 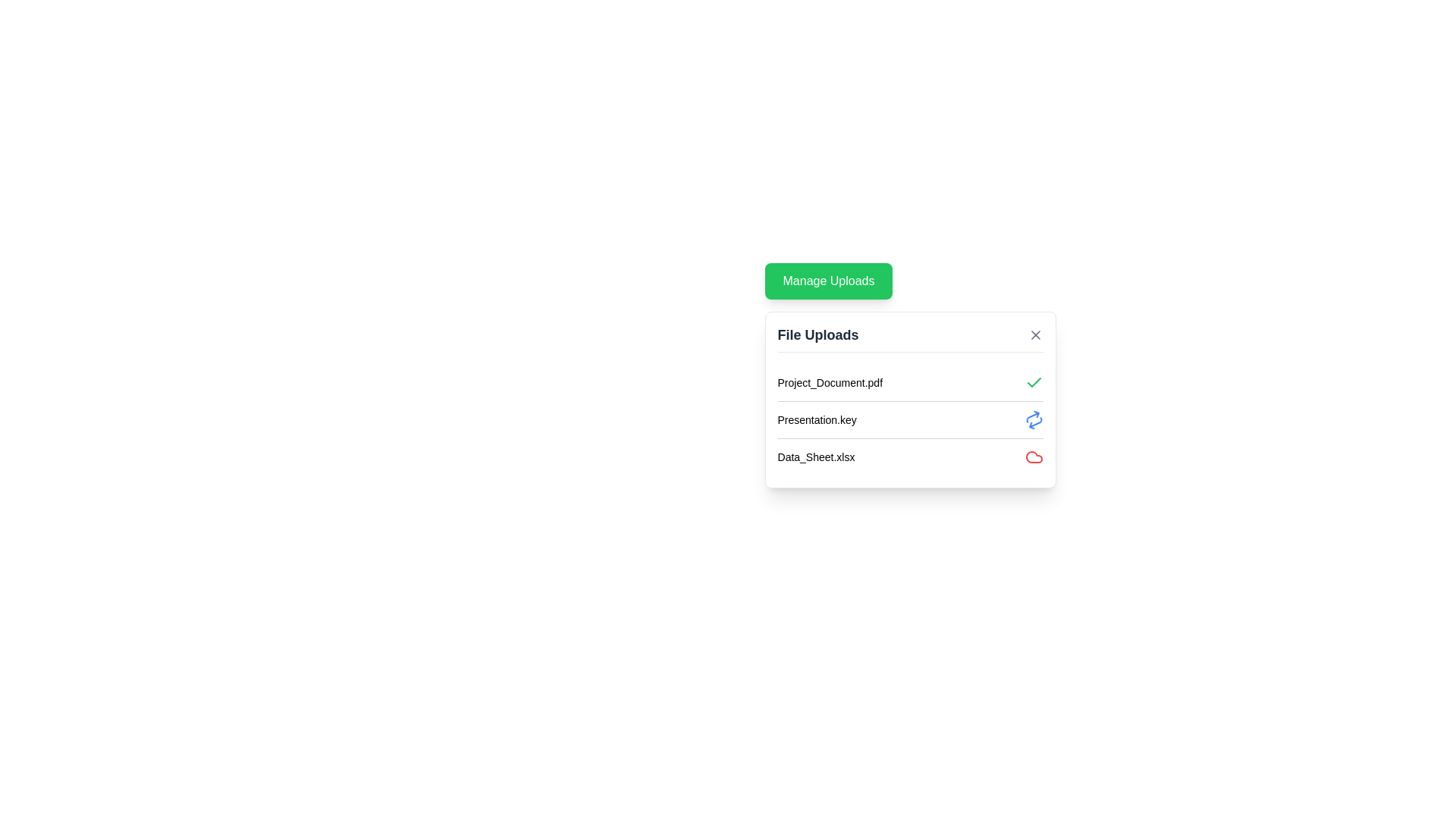 What do you see at coordinates (1034, 334) in the screenshot?
I see `the delete or close button located at the far-right edge of the 'File Uploads' card header` at bounding box center [1034, 334].